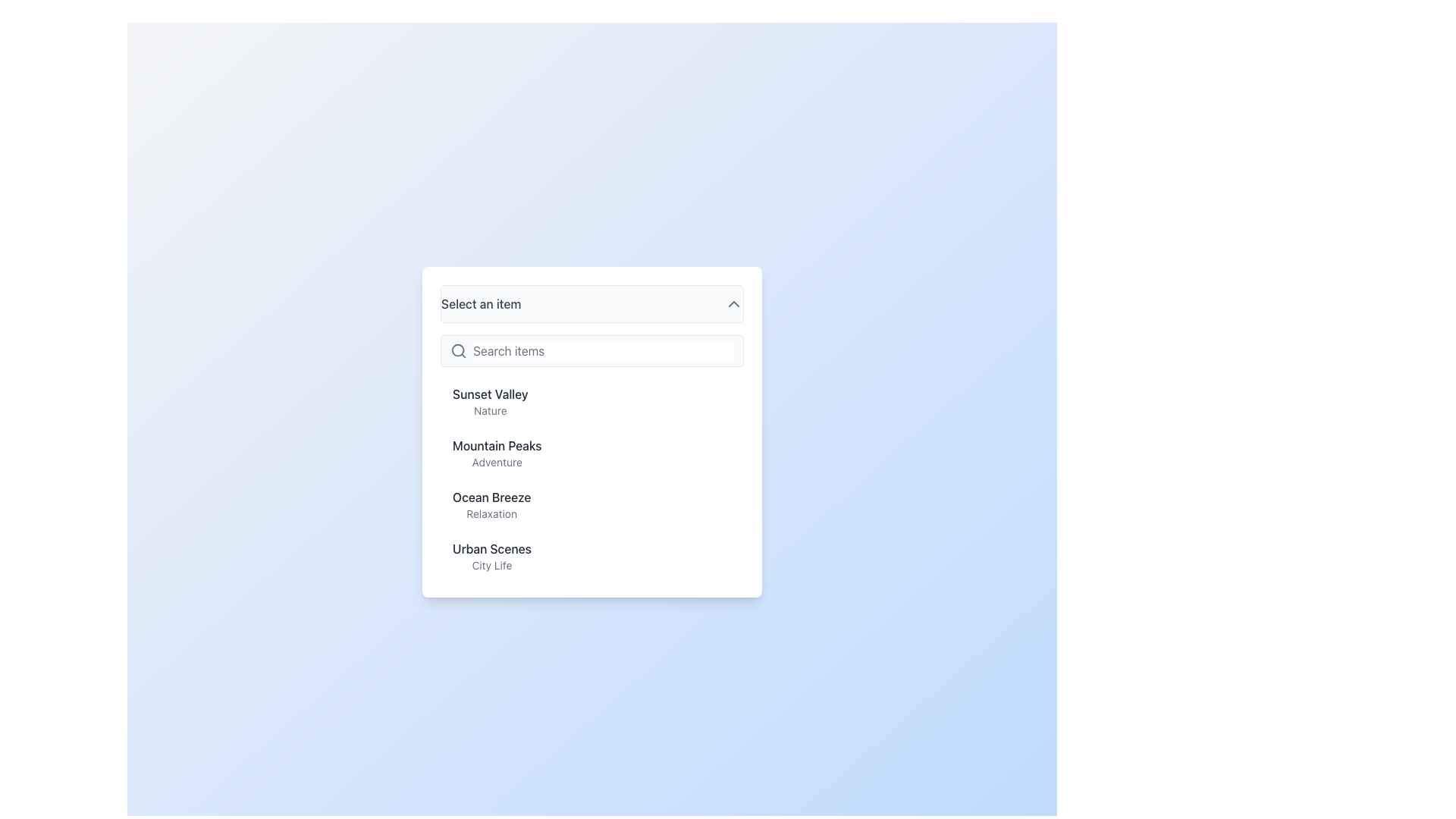 The width and height of the screenshot is (1456, 819). Describe the element at coordinates (497, 461) in the screenshot. I see `the descriptive text label located below the 'Mountain Peaks' title in the vertically stacked text group` at that location.